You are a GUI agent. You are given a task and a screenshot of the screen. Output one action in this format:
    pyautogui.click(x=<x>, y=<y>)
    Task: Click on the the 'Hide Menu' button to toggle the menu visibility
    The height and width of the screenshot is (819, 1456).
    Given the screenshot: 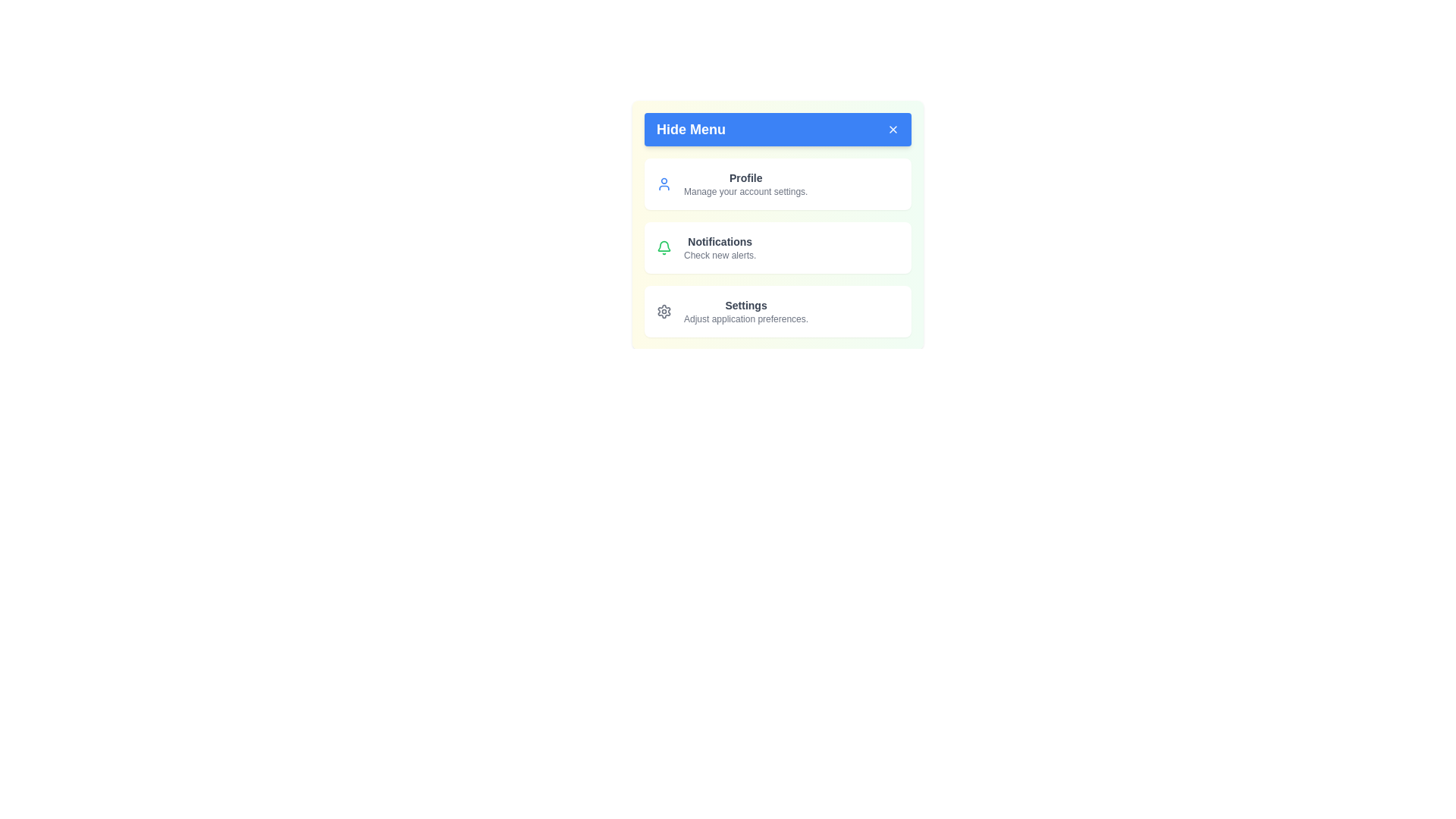 What is the action you would take?
    pyautogui.click(x=778, y=128)
    